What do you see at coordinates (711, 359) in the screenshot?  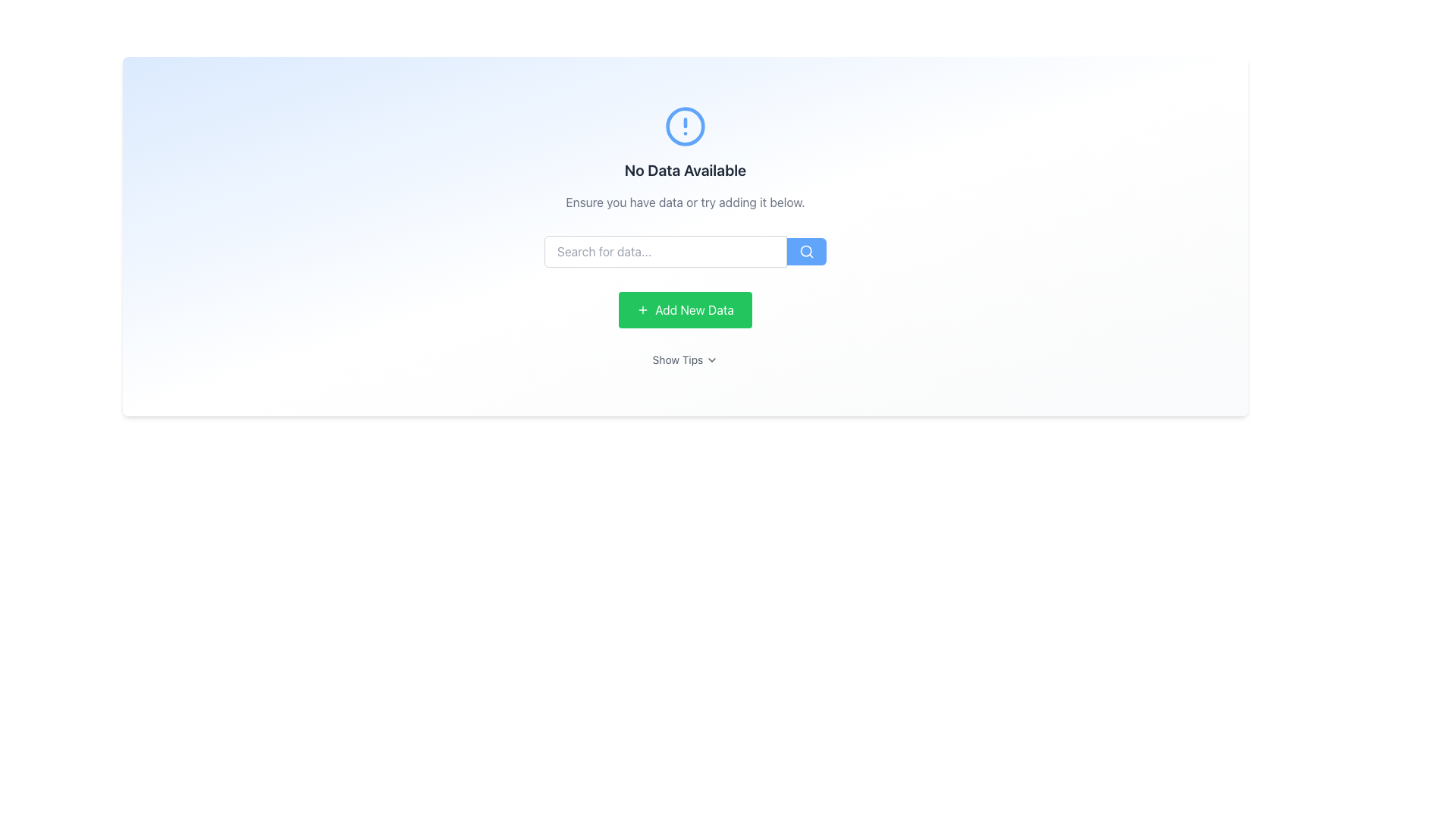 I see `the small chevron-down icon located to the right of the 'Show Tips' text at the bottom of the interface` at bounding box center [711, 359].